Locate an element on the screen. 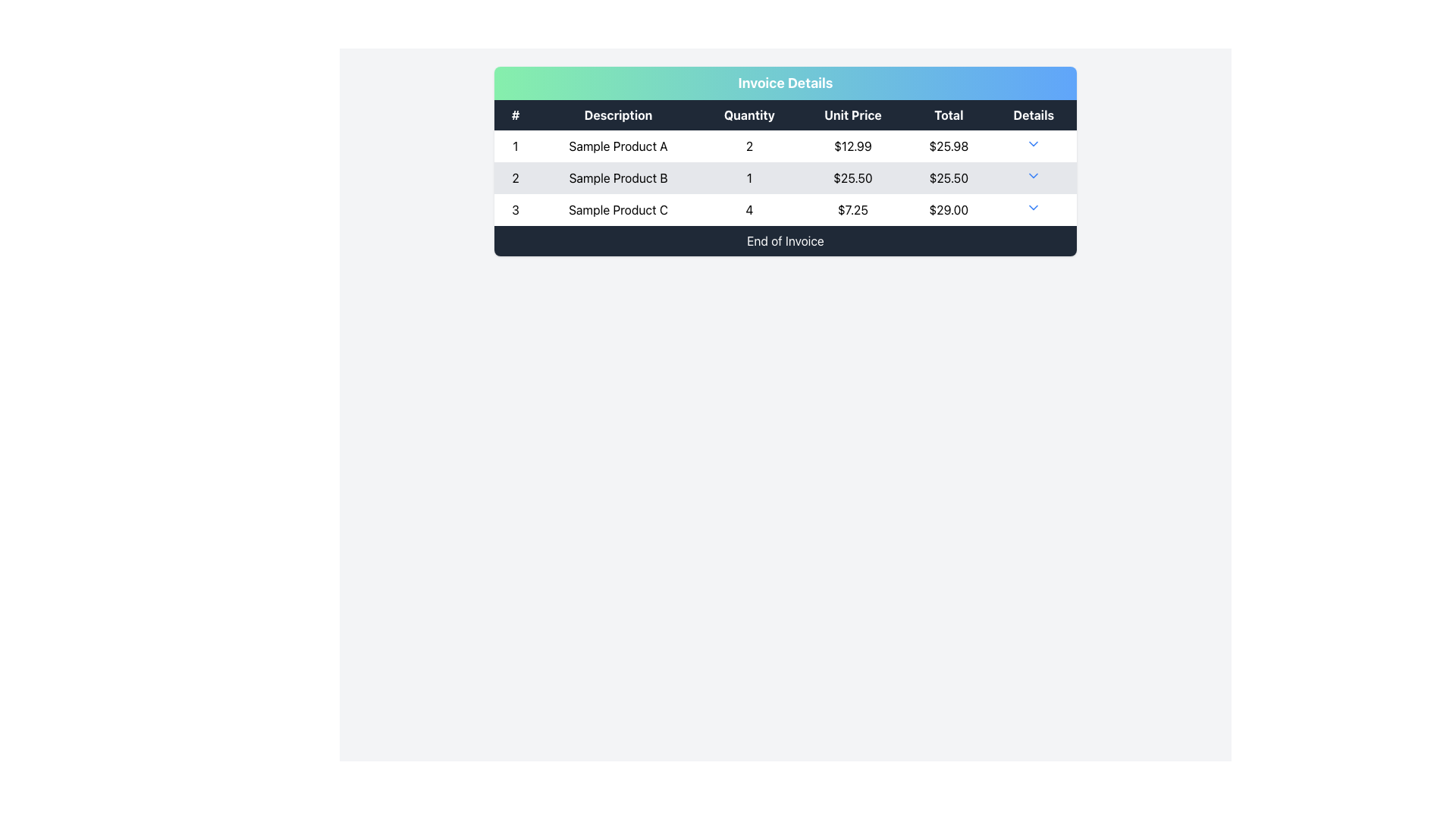  the text label for 'Sample Product B' located in the second row of the table under the 'Description' column is located at coordinates (618, 177).